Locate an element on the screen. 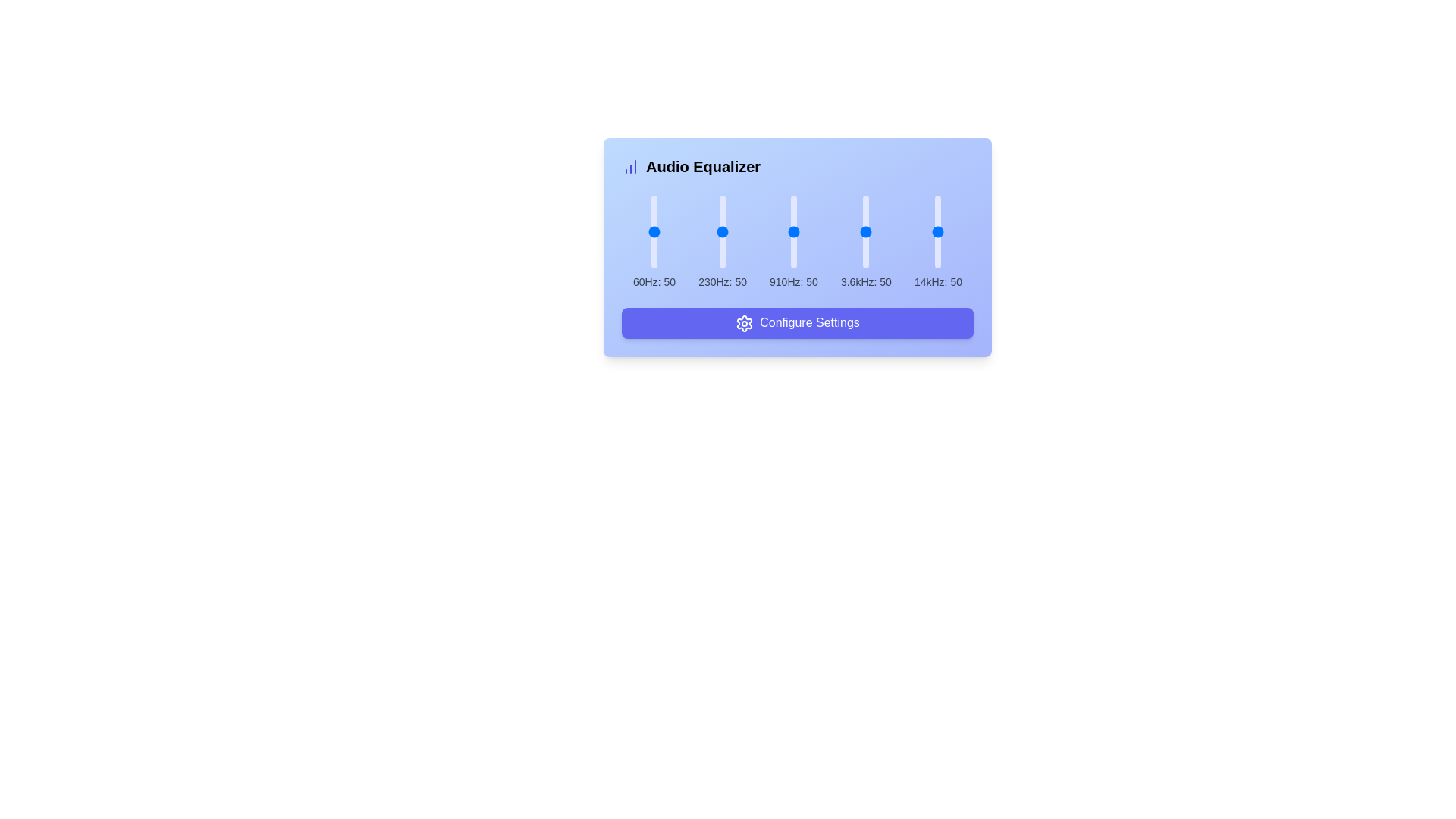  the 14kHz equalizer is located at coordinates (937, 238).